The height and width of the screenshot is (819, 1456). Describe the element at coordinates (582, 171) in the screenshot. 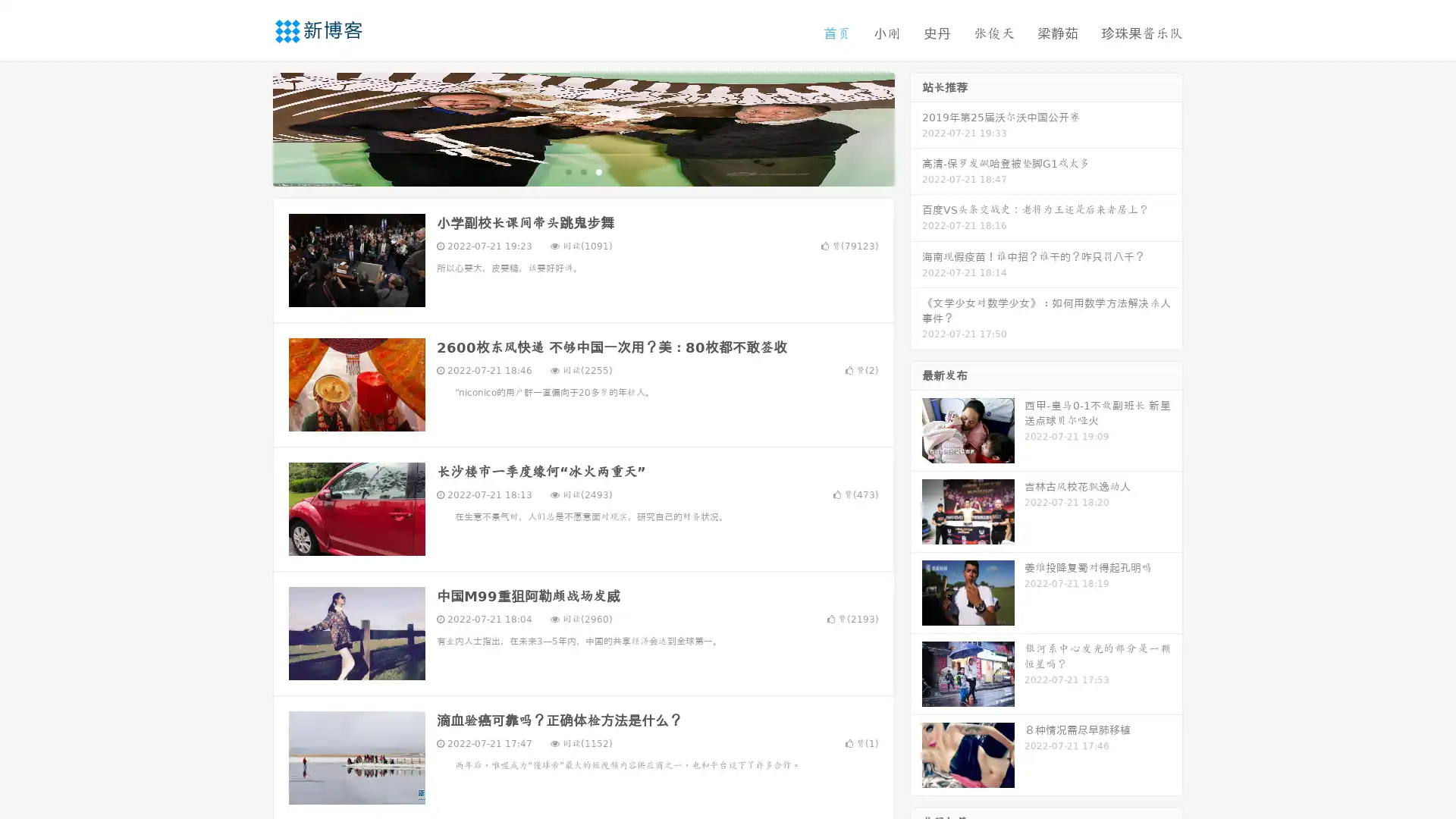

I see `Go to slide 2` at that location.